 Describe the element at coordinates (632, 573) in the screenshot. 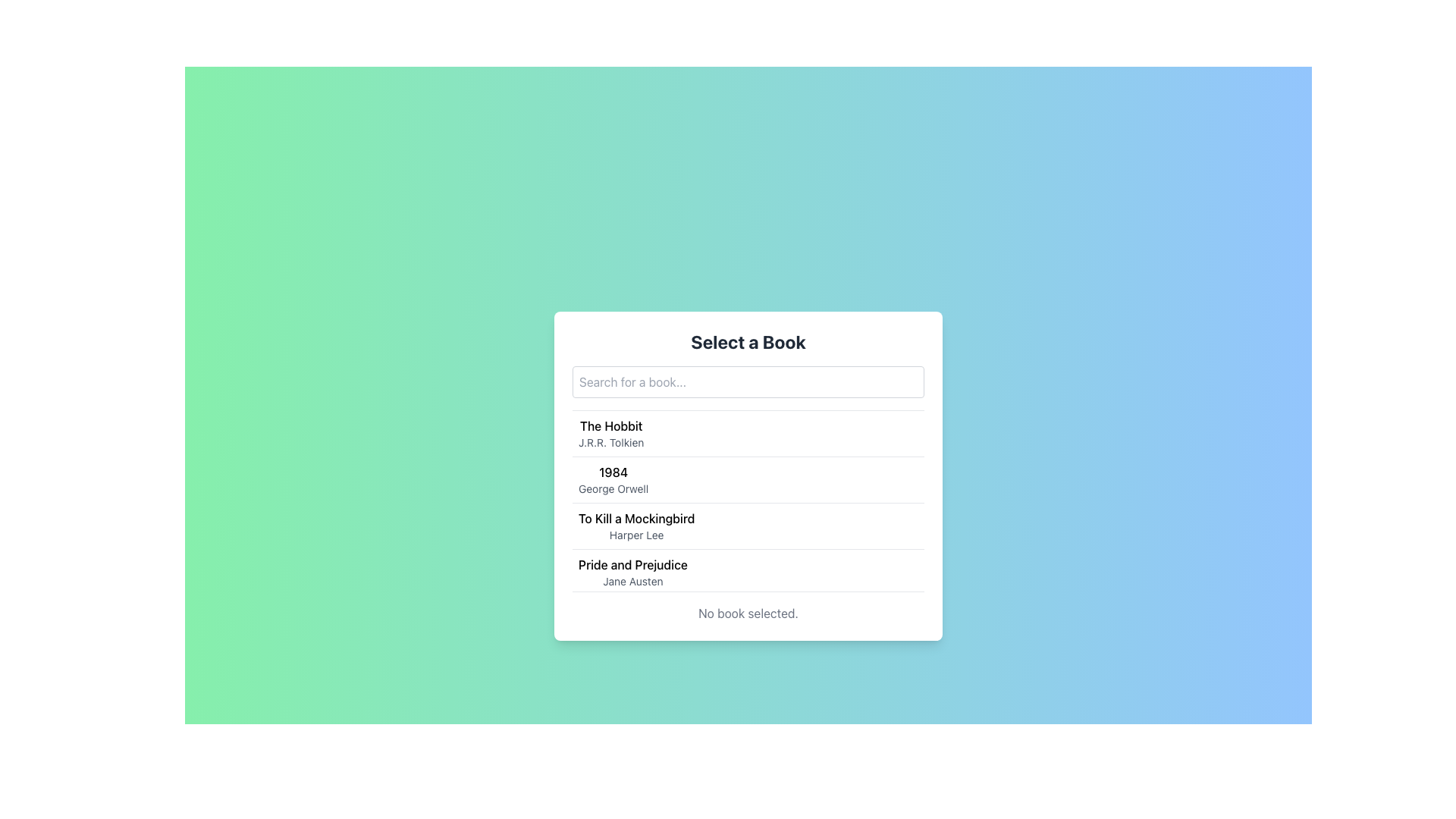

I see `the list item representing the book 'Pride and Prejudice' by Jane Austen` at that location.